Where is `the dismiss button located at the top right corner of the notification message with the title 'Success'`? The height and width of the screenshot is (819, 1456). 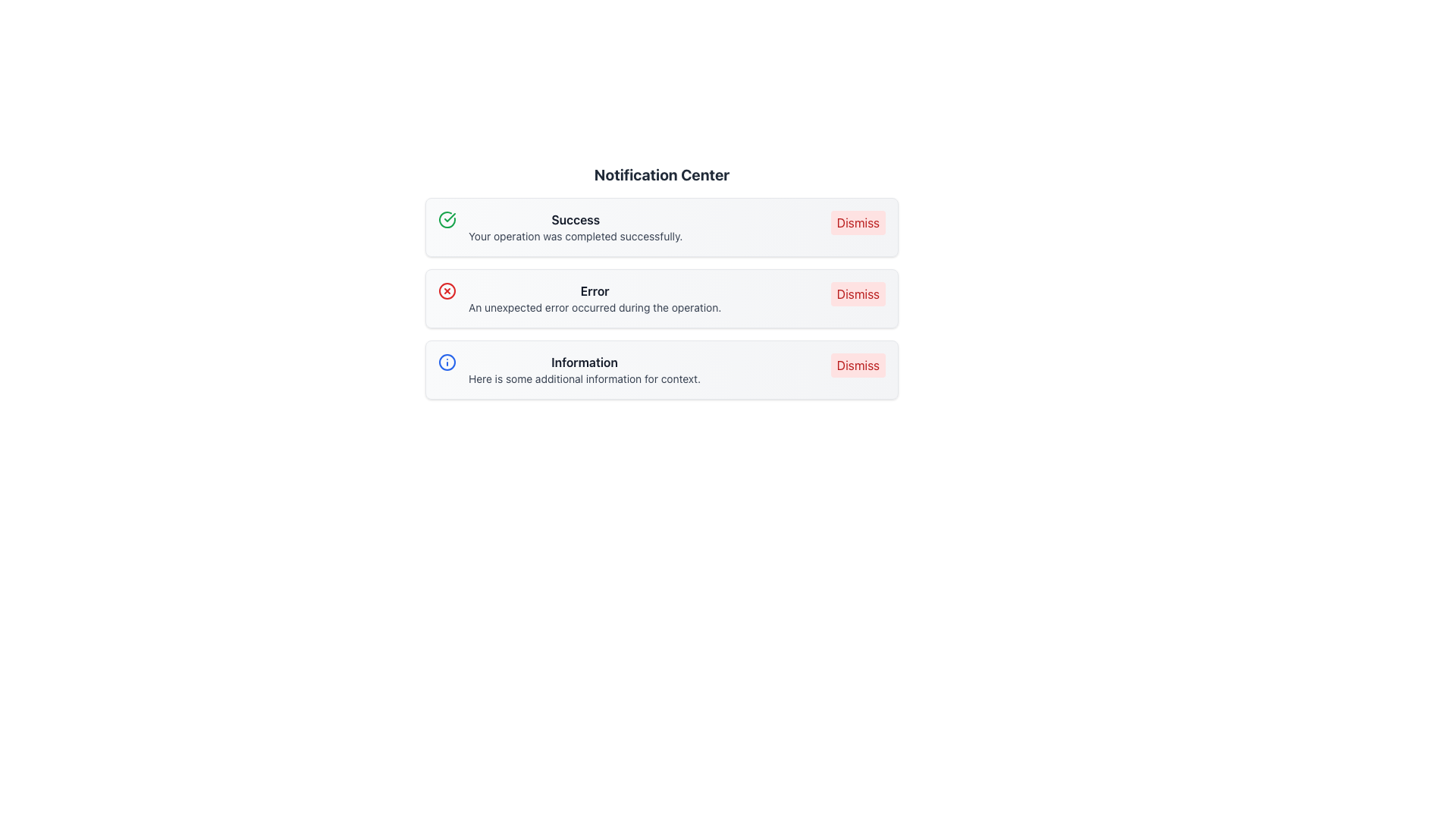 the dismiss button located at the top right corner of the notification message with the title 'Success' is located at coordinates (858, 222).